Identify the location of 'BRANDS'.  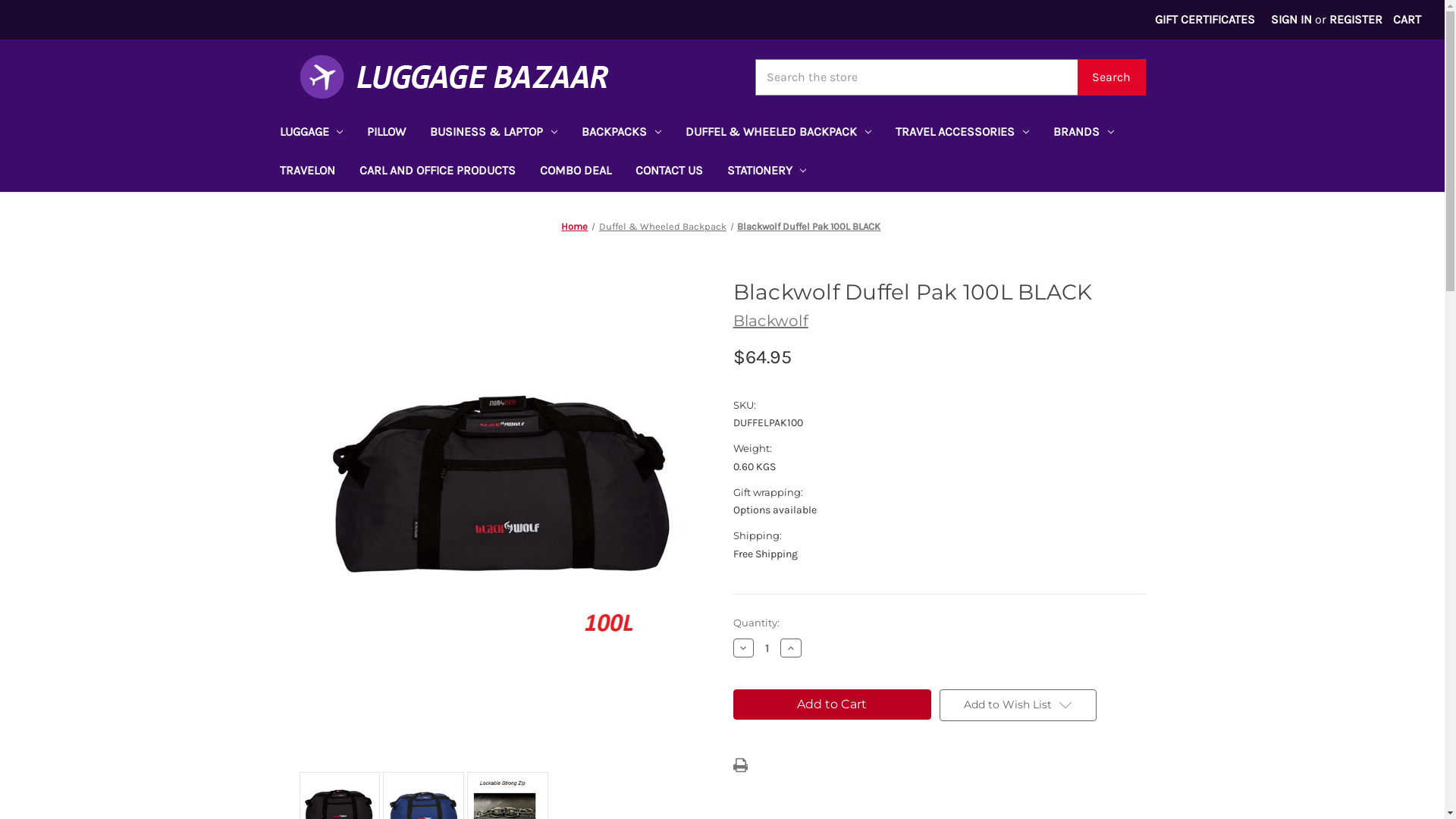
(1040, 133).